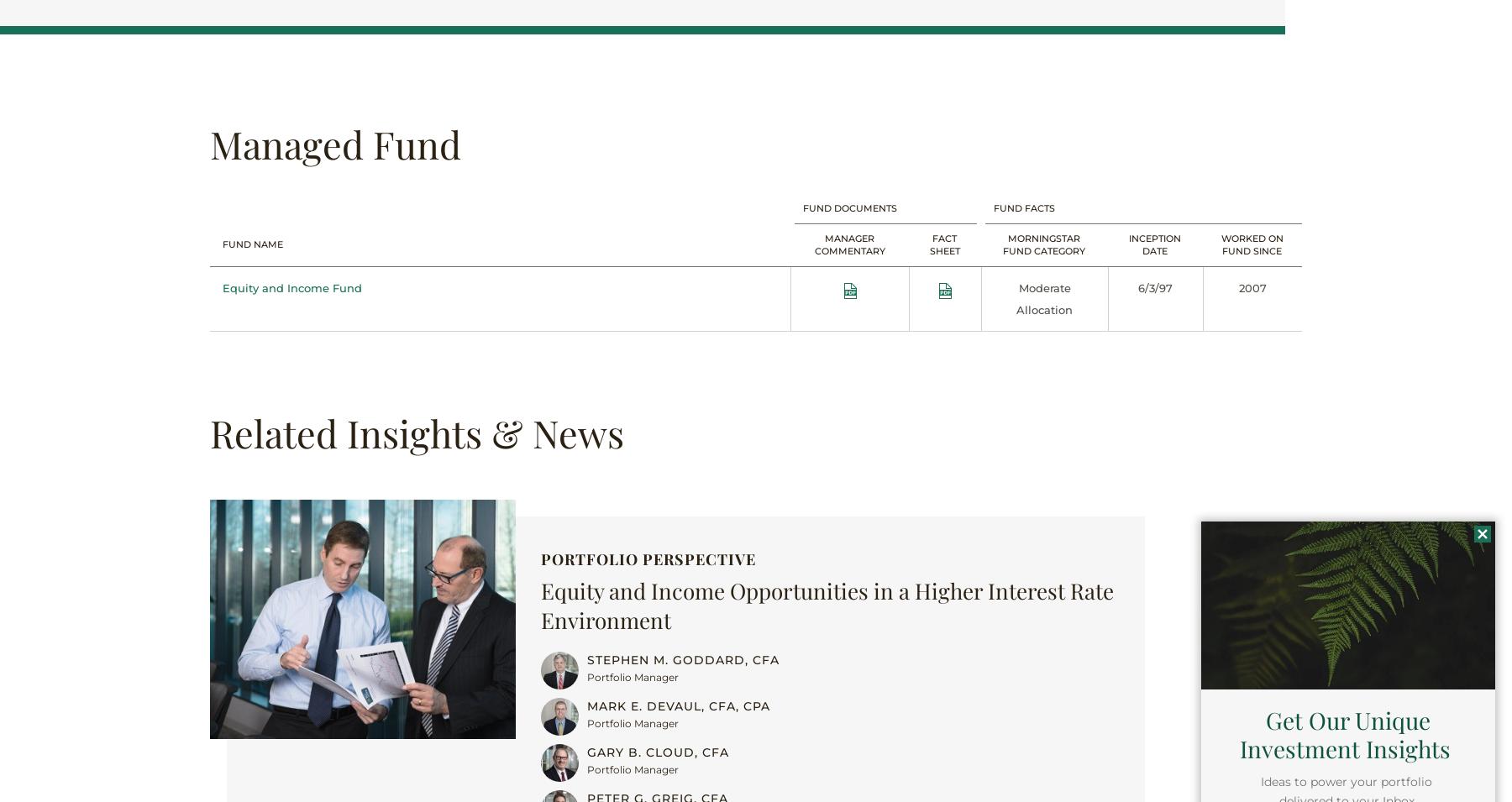  What do you see at coordinates (848, 207) in the screenshot?
I see `'Fund Documents'` at bounding box center [848, 207].